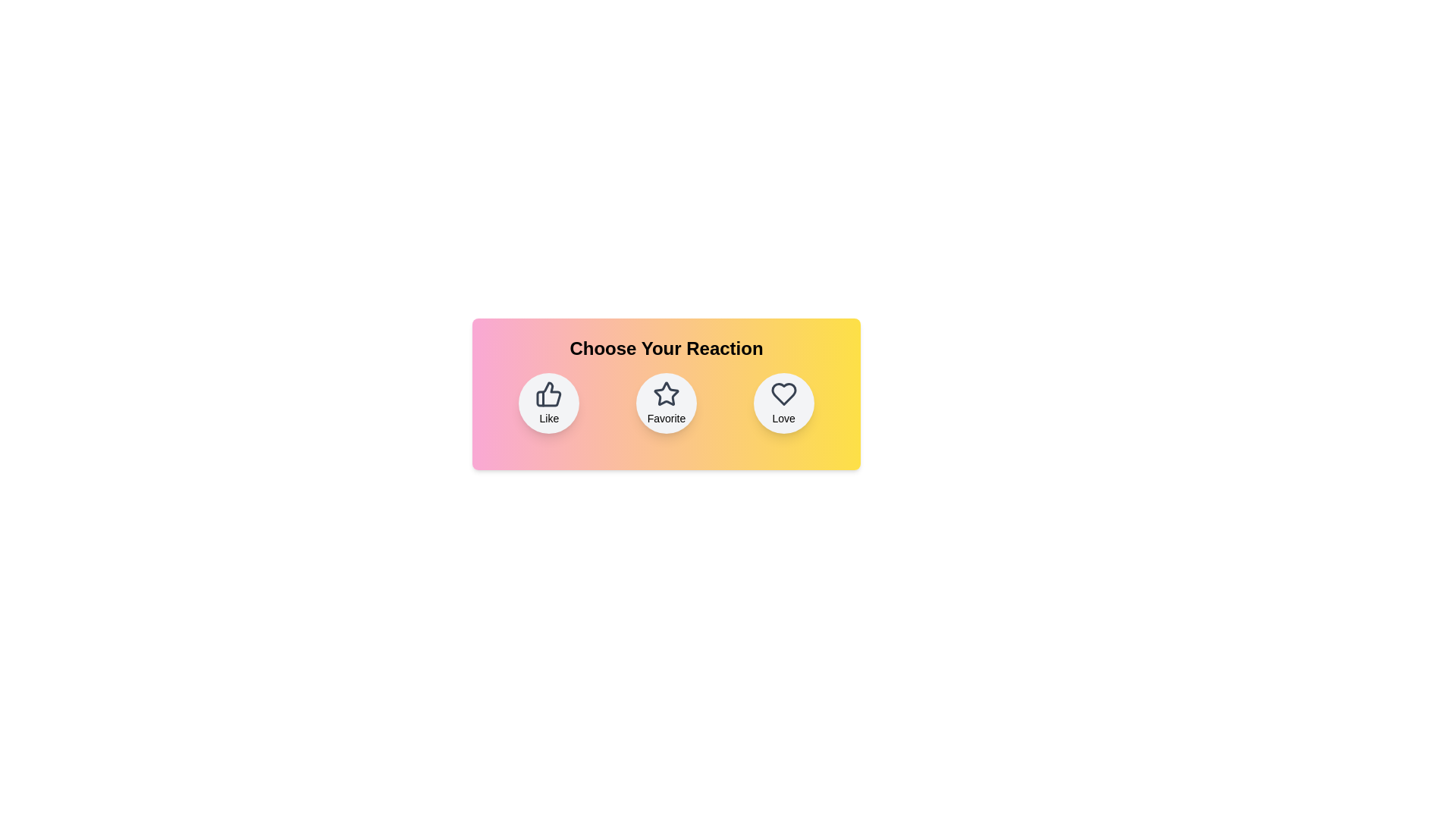 The height and width of the screenshot is (819, 1456). I want to click on the Favorite button to select the corresponding reaction, so click(666, 403).